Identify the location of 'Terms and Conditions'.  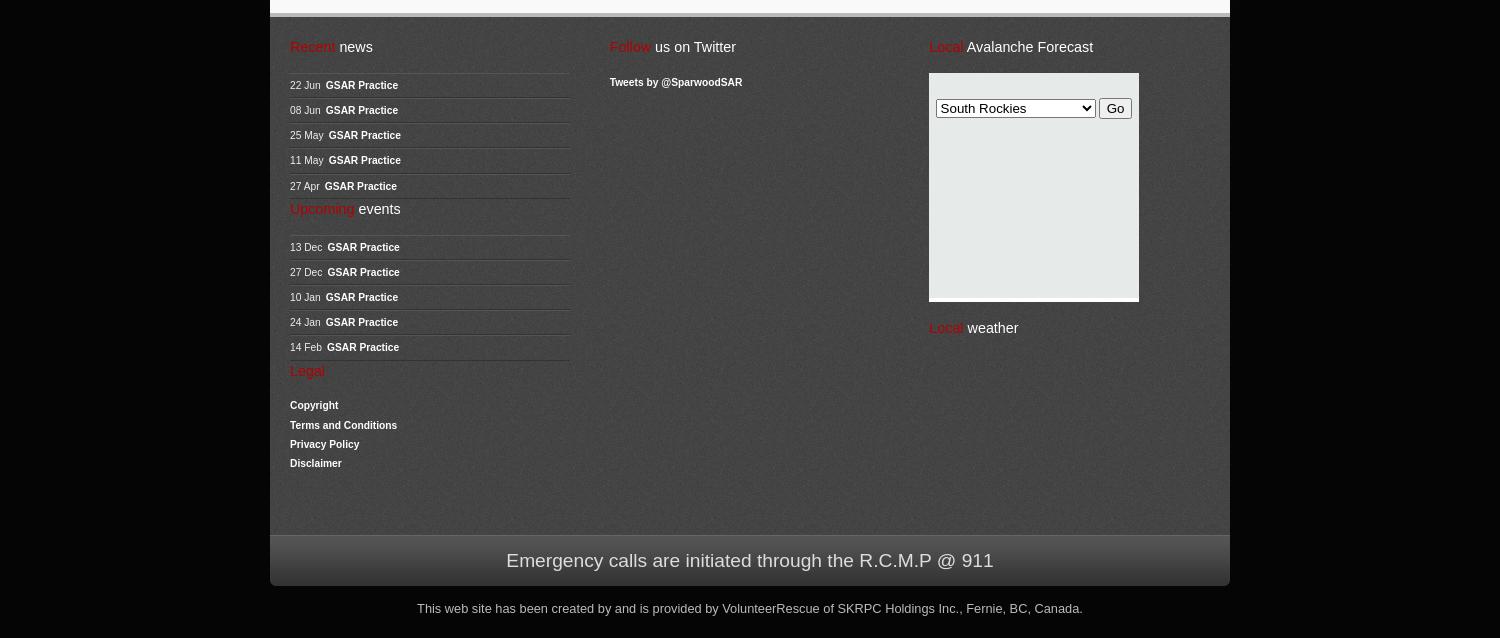
(342, 423).